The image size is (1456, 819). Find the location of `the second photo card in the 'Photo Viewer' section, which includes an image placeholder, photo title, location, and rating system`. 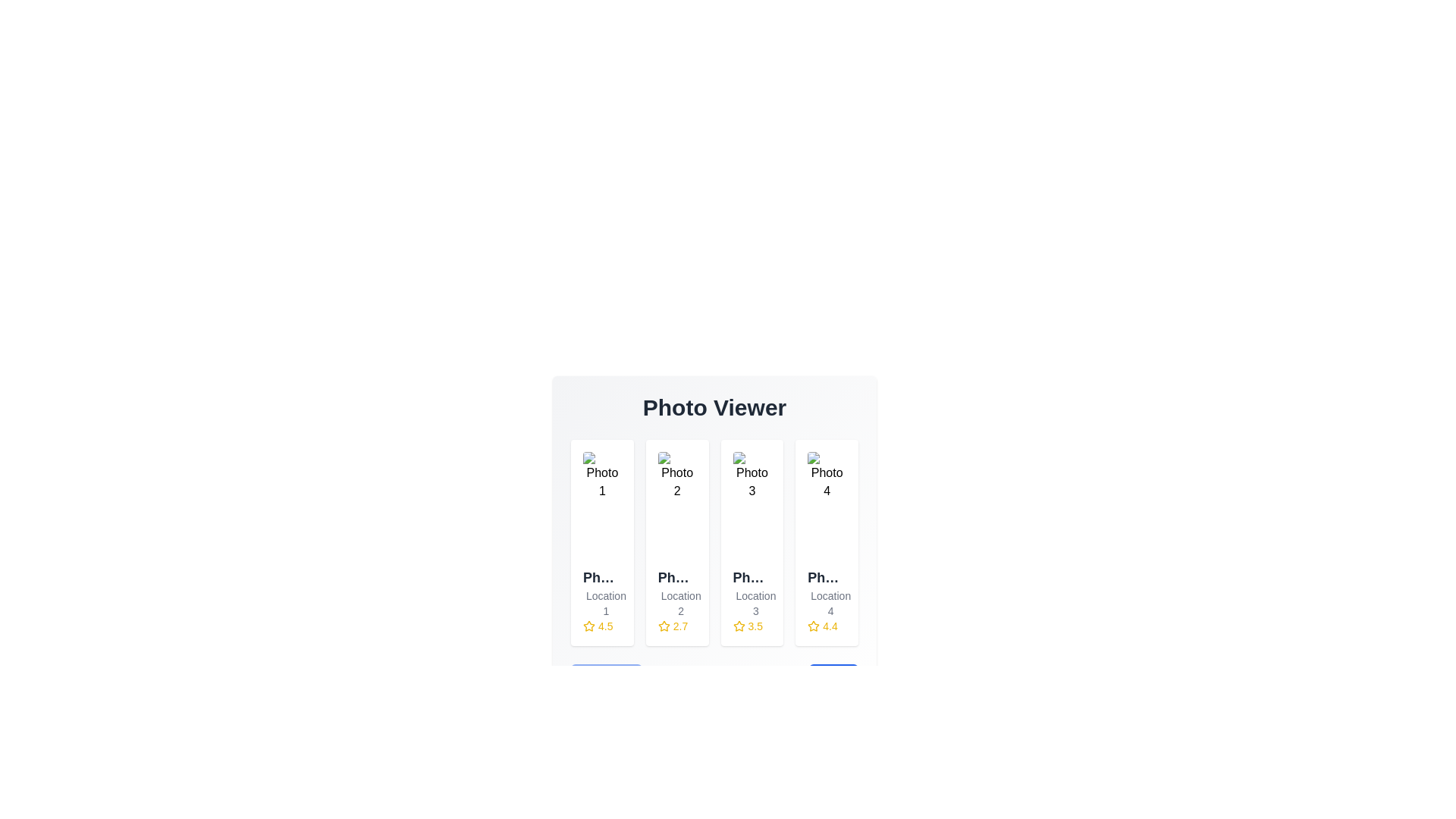

the second photo card in the 'Photo Viewer' section, which includes an image placeholder, photo title, location, and rating system is located at coordinates (714, 552).